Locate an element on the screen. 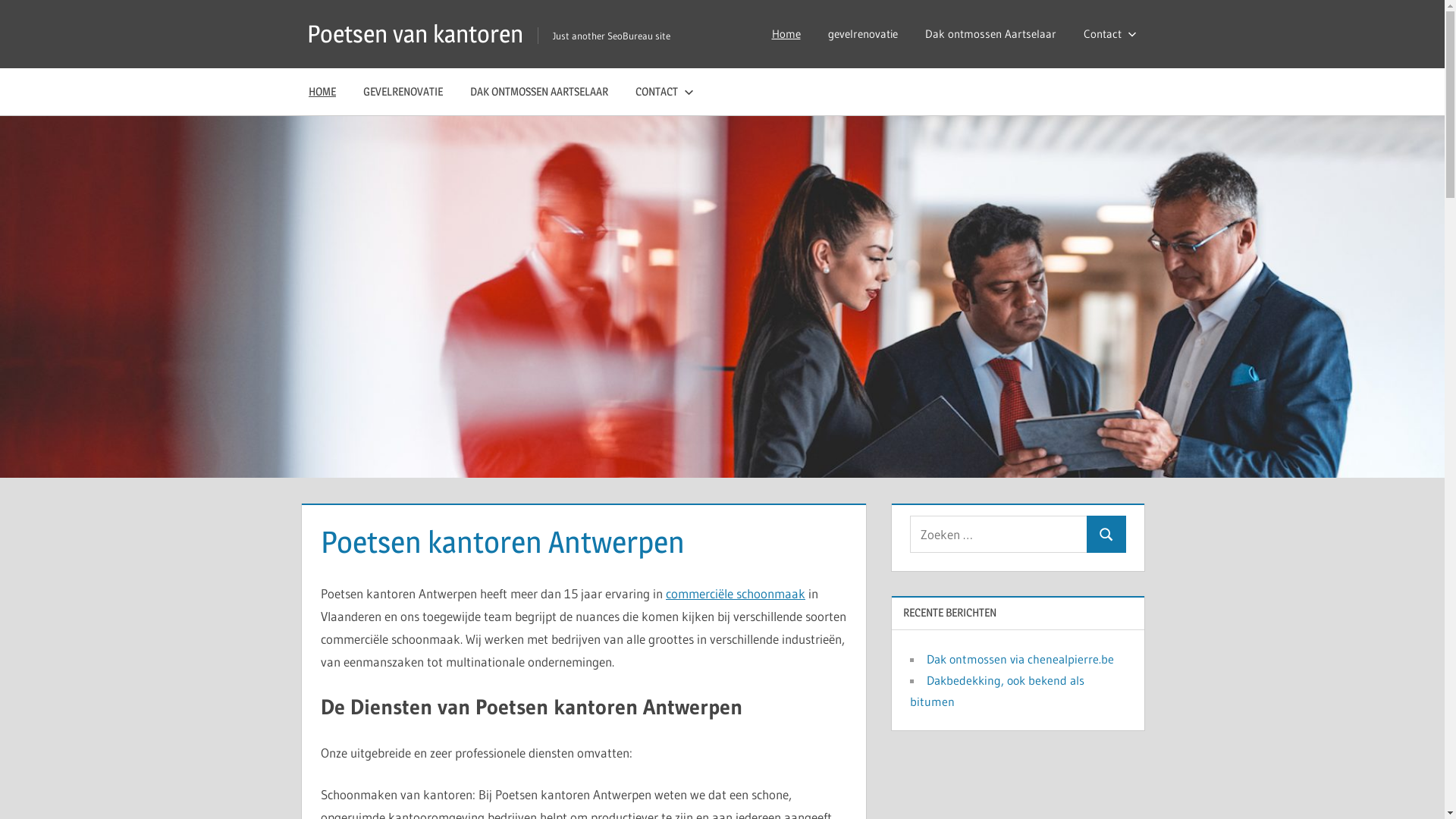  'CONTACT' is located at coordinates (661, 91).